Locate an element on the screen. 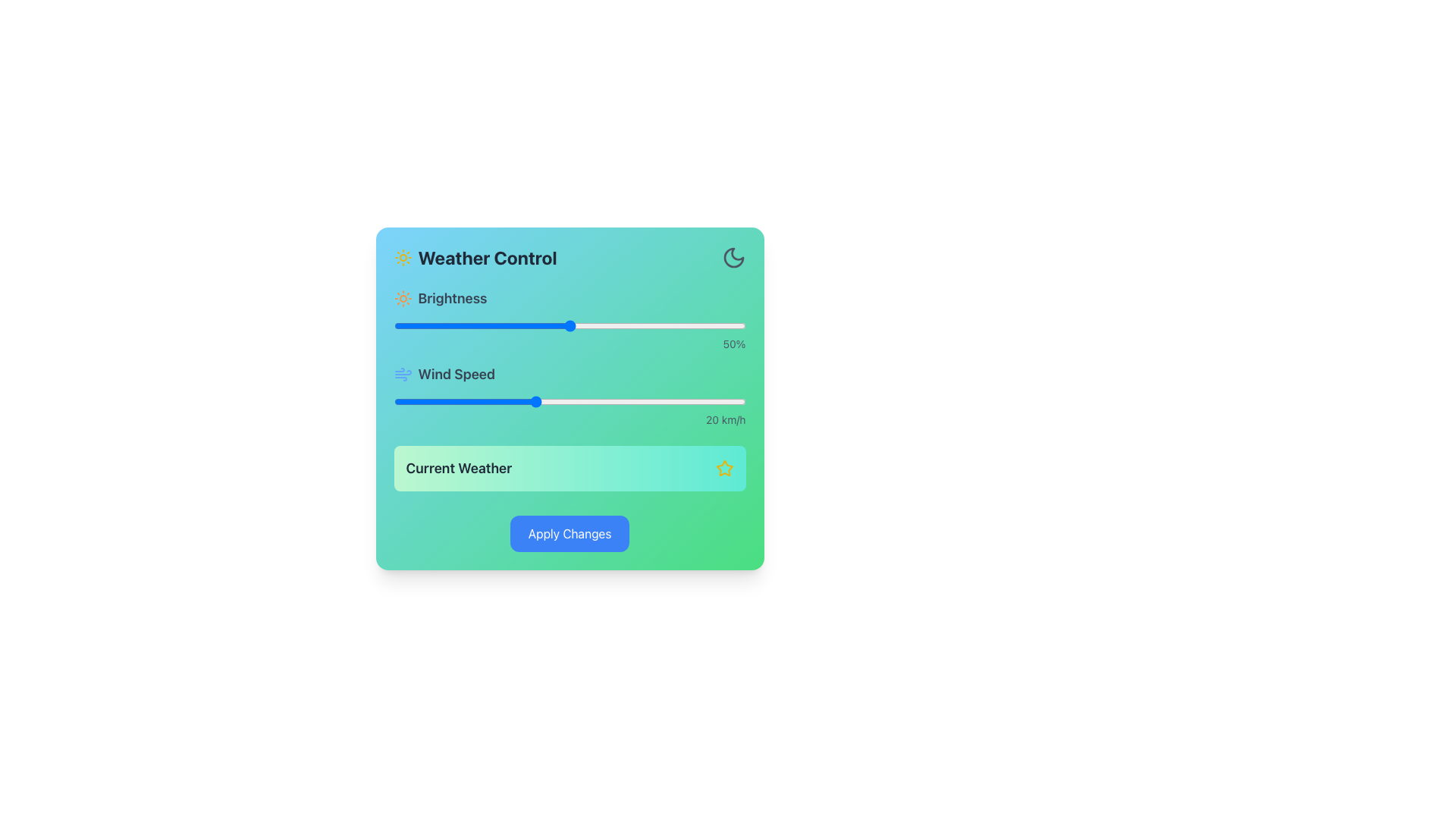  brightness is located at coordinates (562, 325).